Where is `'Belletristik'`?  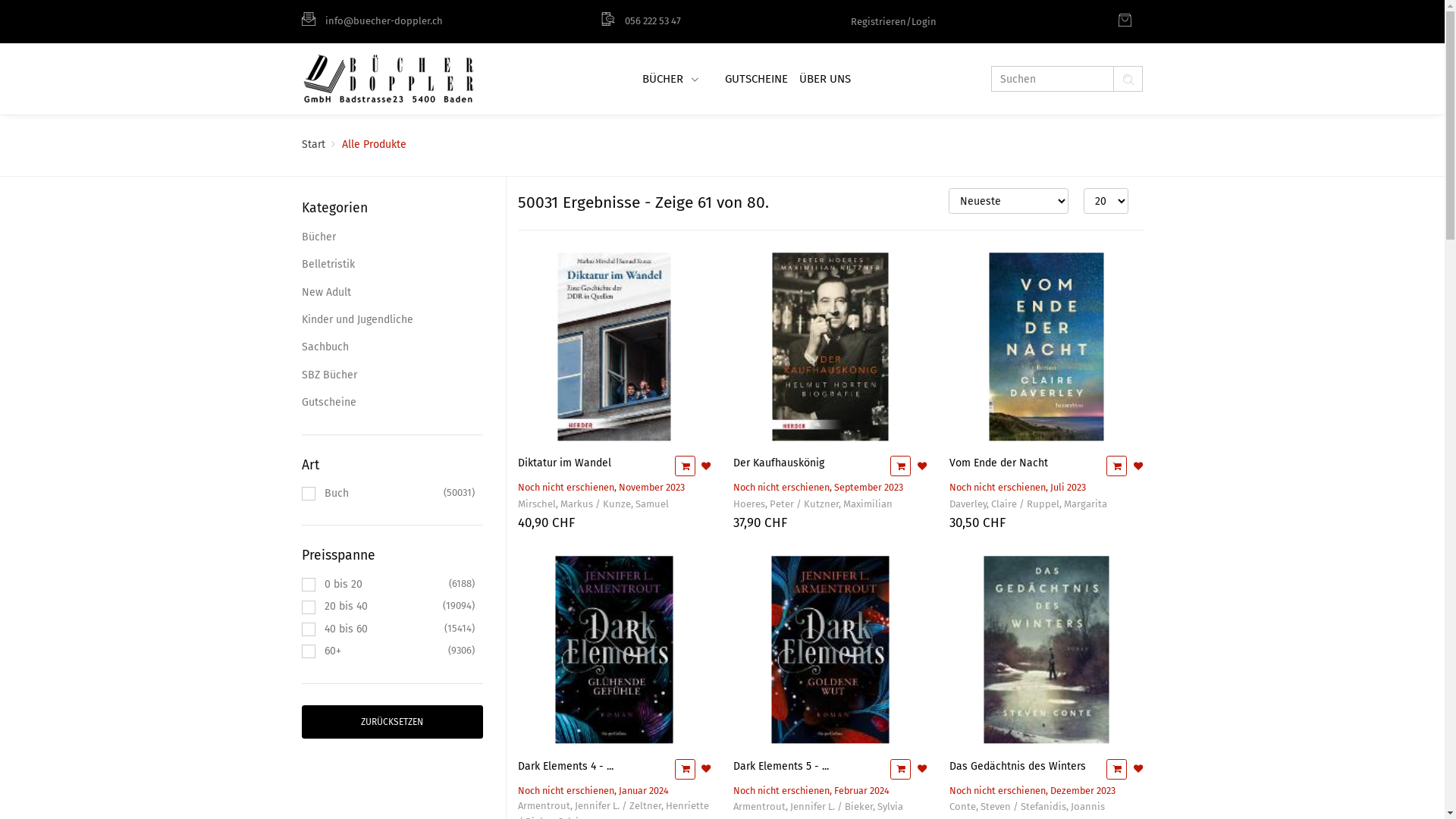 'Belletristik' is located at coordinates (302, 263).